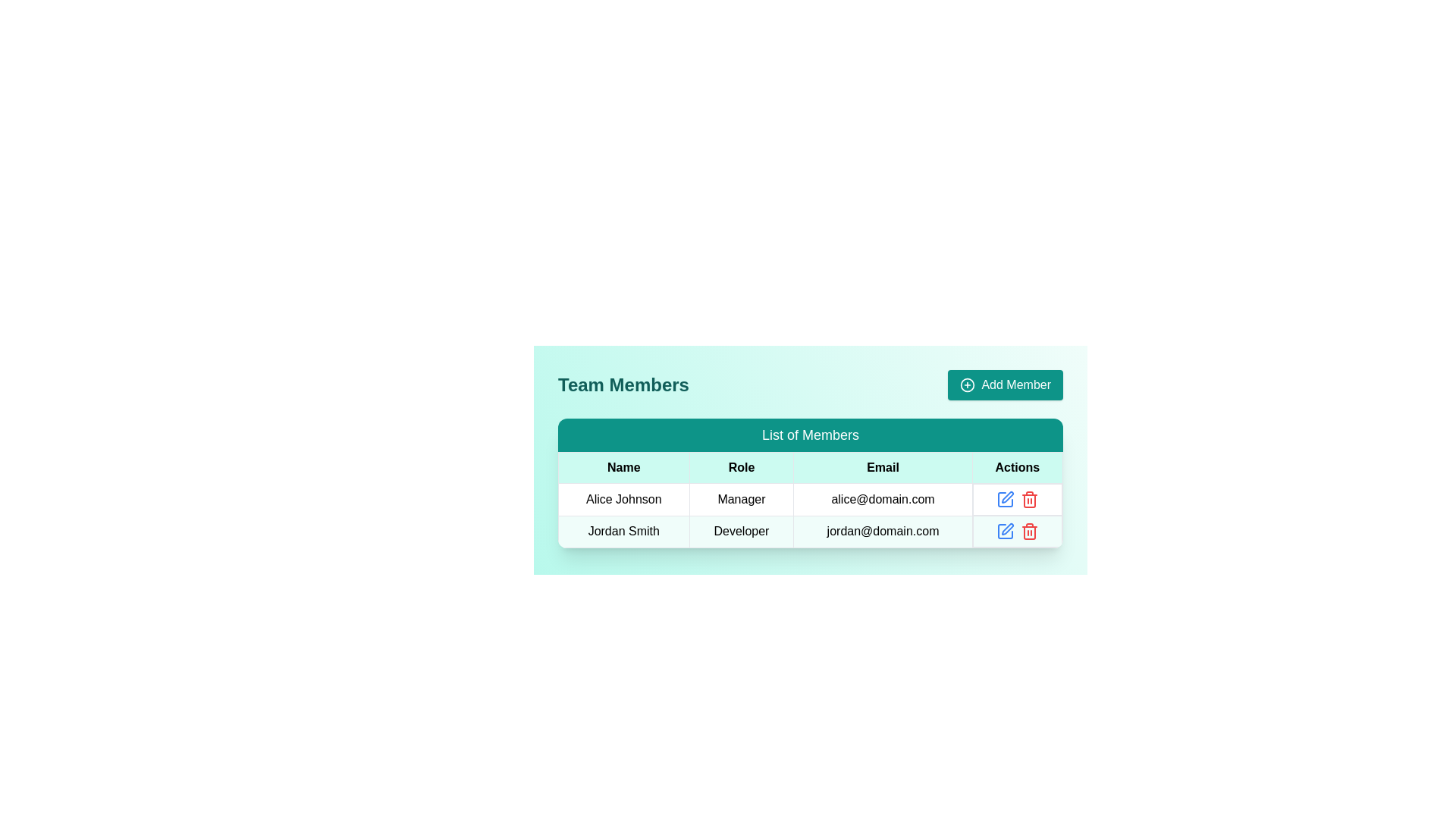 Image resolution: width=1456 pixels, height=819 pixels. I want to click on the editing icon represented by a pencil in the 'Actions' column of the table, specifically associated with the second row for 'Jordan Smith', so click(1005, 531).